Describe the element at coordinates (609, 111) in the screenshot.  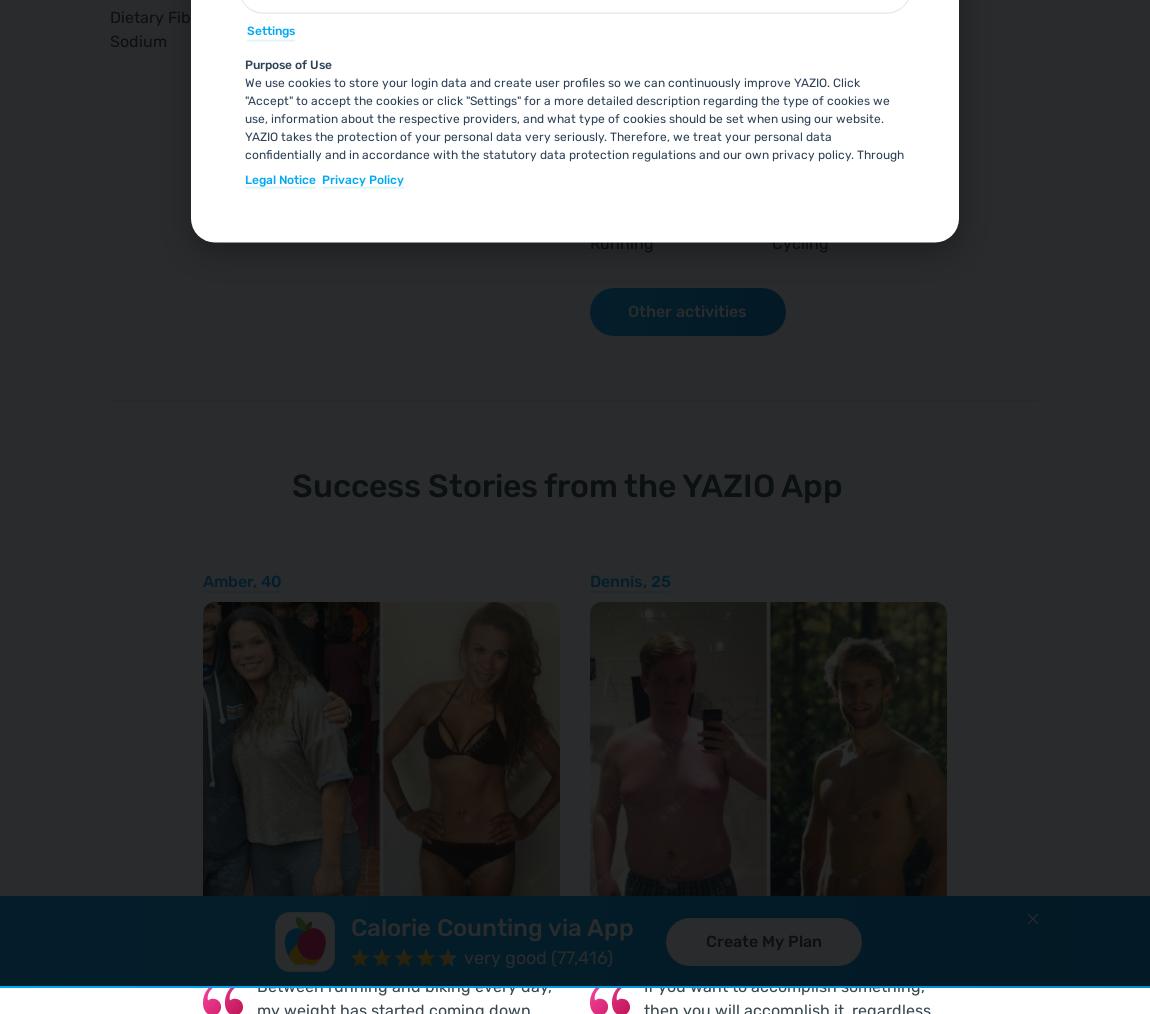
I see `'Steps'` at that location.